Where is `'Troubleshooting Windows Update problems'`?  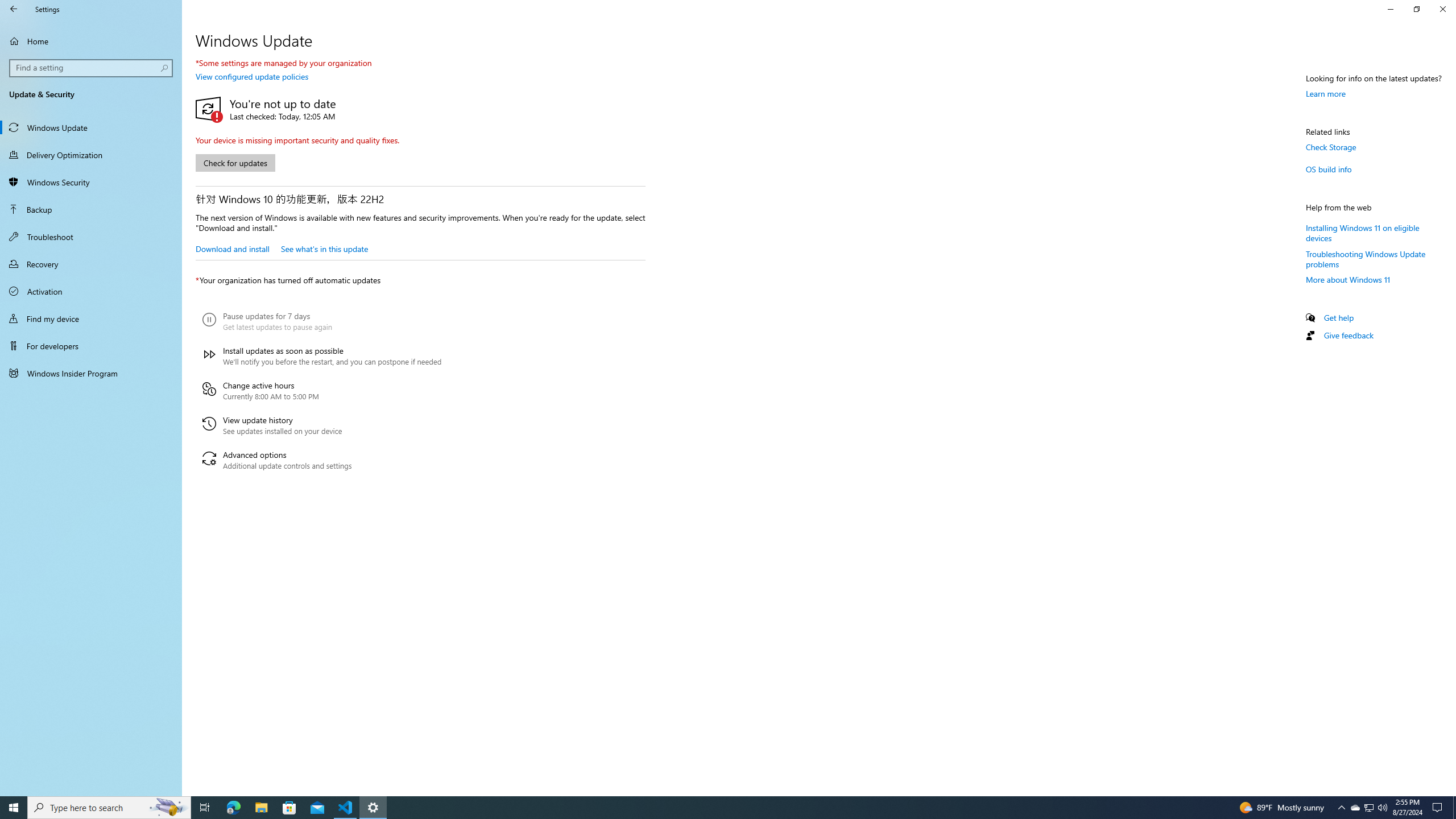 'Troubleshooting Windows Update problems' is located at coordinates (1366, 259).